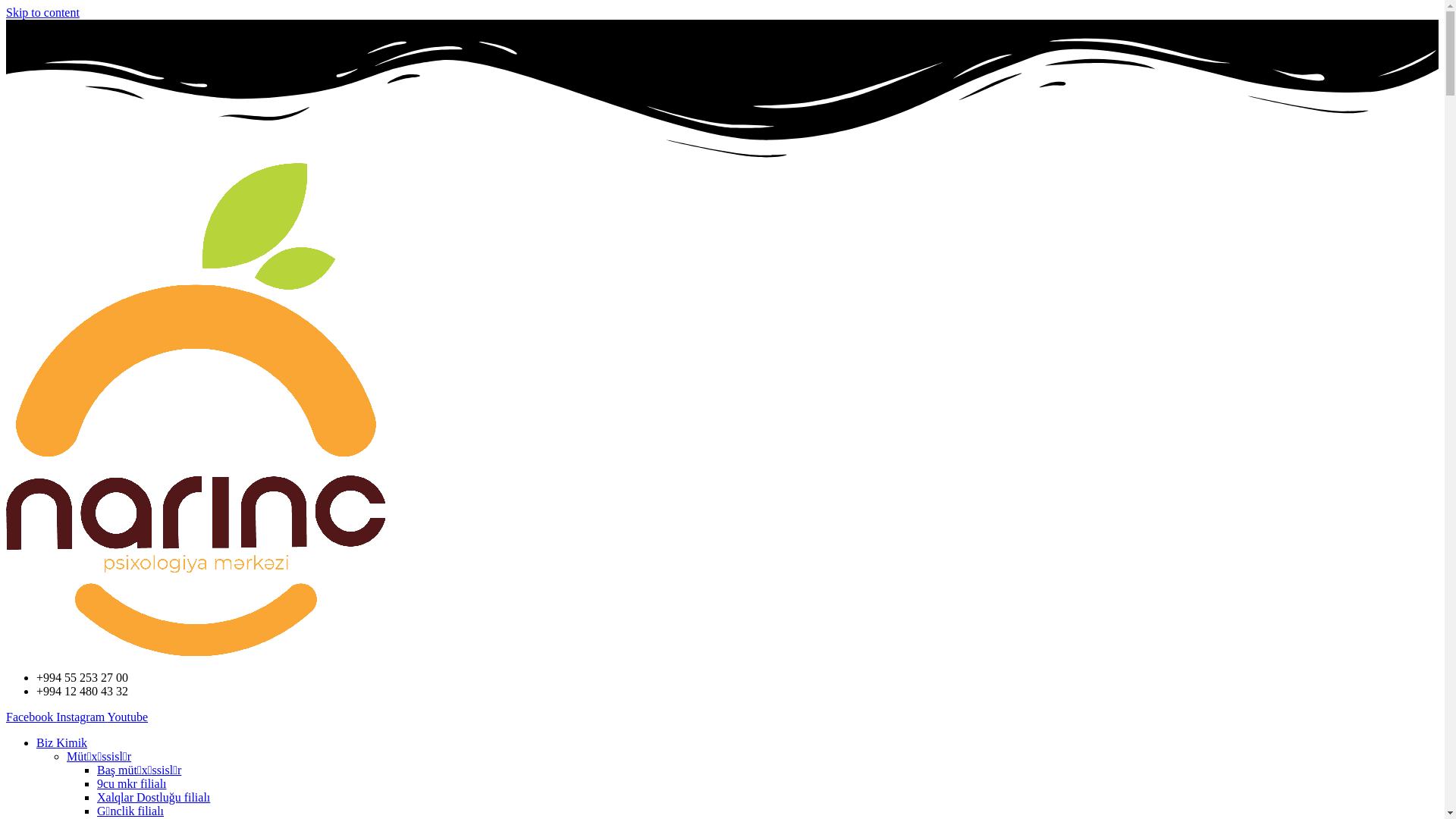  Describe the element at coordinates (42, 12) in the screenshot. I see `'Skip to content'` at that location.